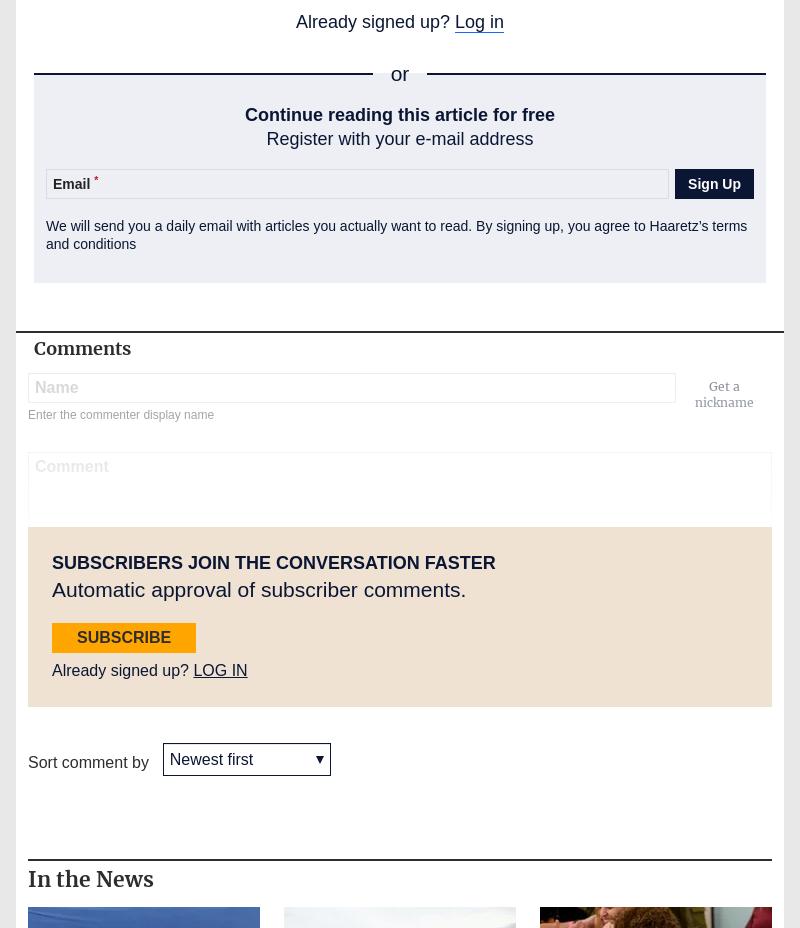  Describe the element at coordinates (51, 560) in the screenshot. I see `'SUBSCRIBERS JOIN THE CONVERSATION FASTER'` at that location.